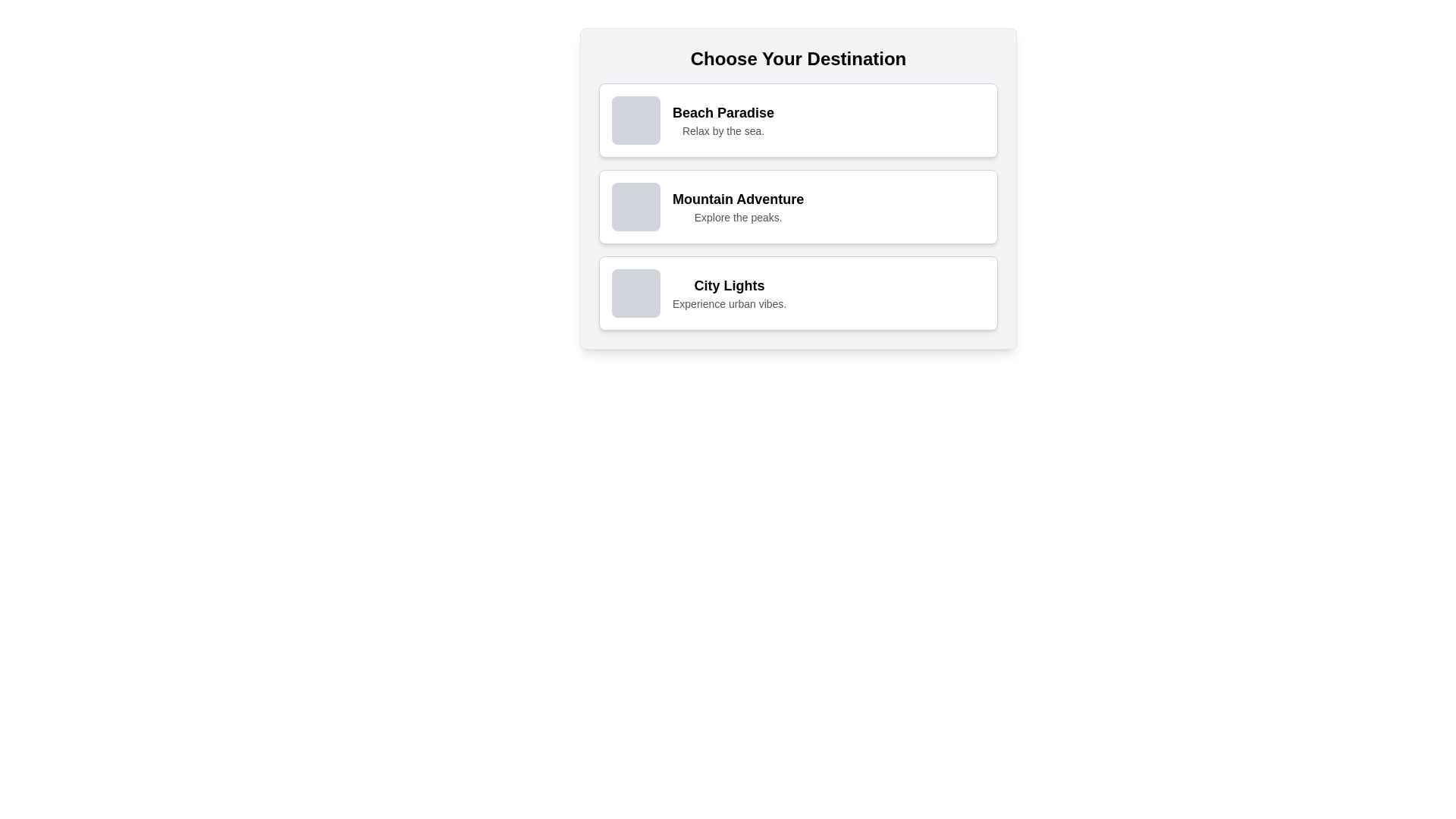  Describe the element at coordinates (723, 130) in the screenshot. I see `the text label reading 'Relax by the sea.' which is styled in a smaller gray font and positioned directly beneath the bold title 'Beach Paradise' in the vertical list menu` at that location.